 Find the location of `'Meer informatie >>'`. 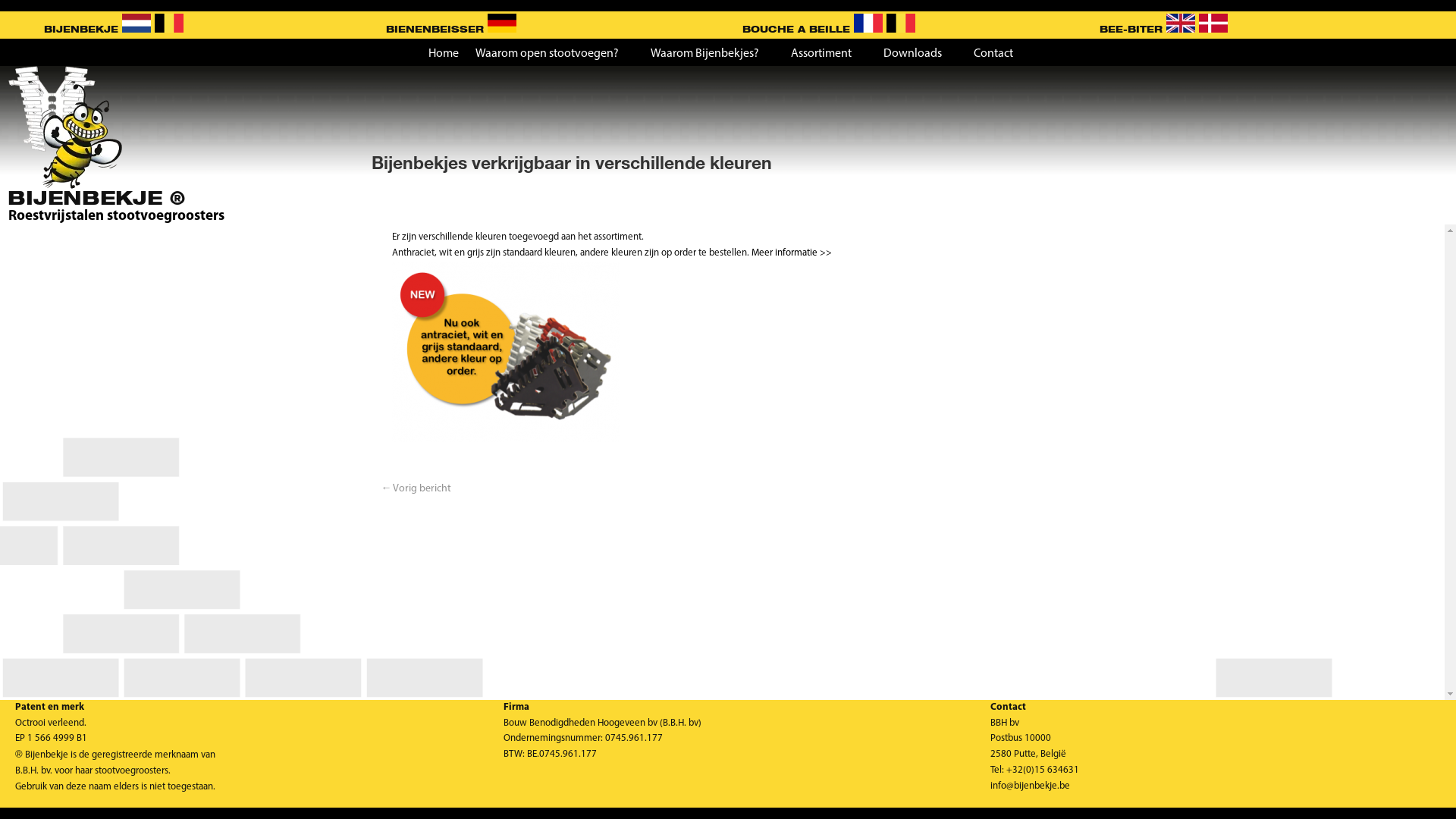

'Meer informatie >>' is located at coordinates (790, 252).